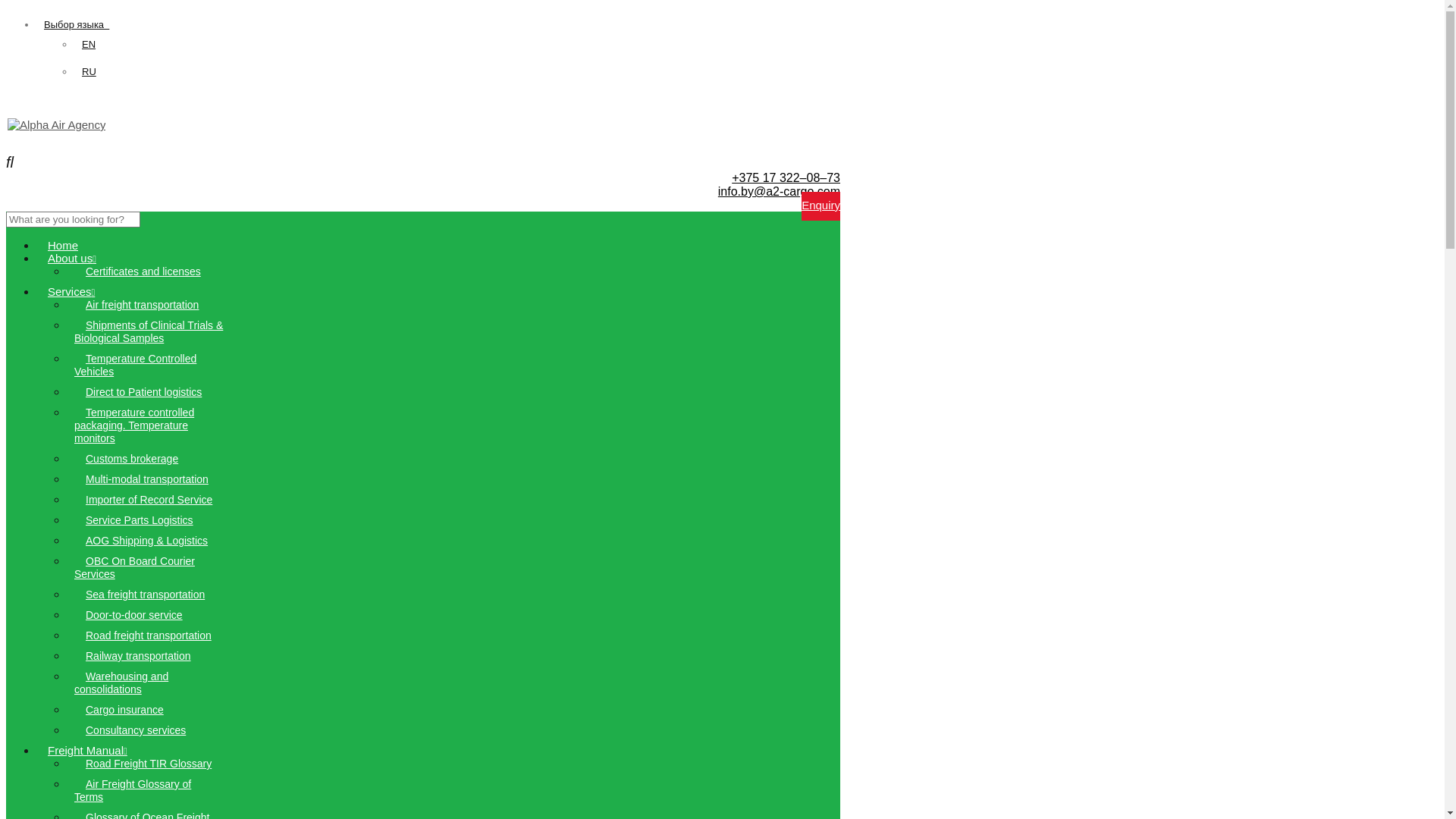 The width and height of the screenshot is (1456, 819). I want to click on 'AOG Shipping & Logistics', so click(146, 540).